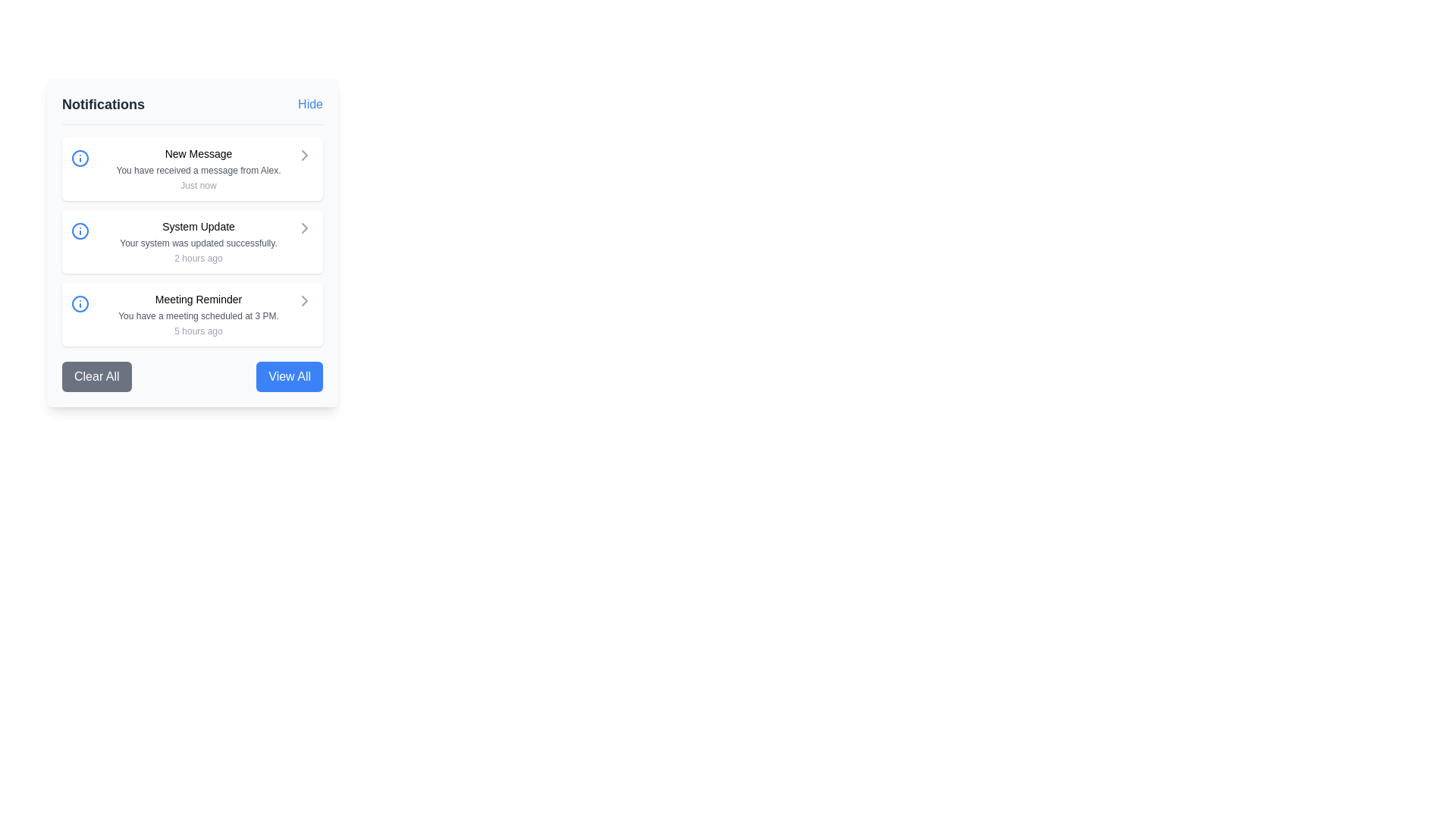 The image size is (1456, 819). I want to click on notification details displayed in the first item of the notifications list, which includes a message and its timestamp, located at the center of the notification panel, so click(198, 169).